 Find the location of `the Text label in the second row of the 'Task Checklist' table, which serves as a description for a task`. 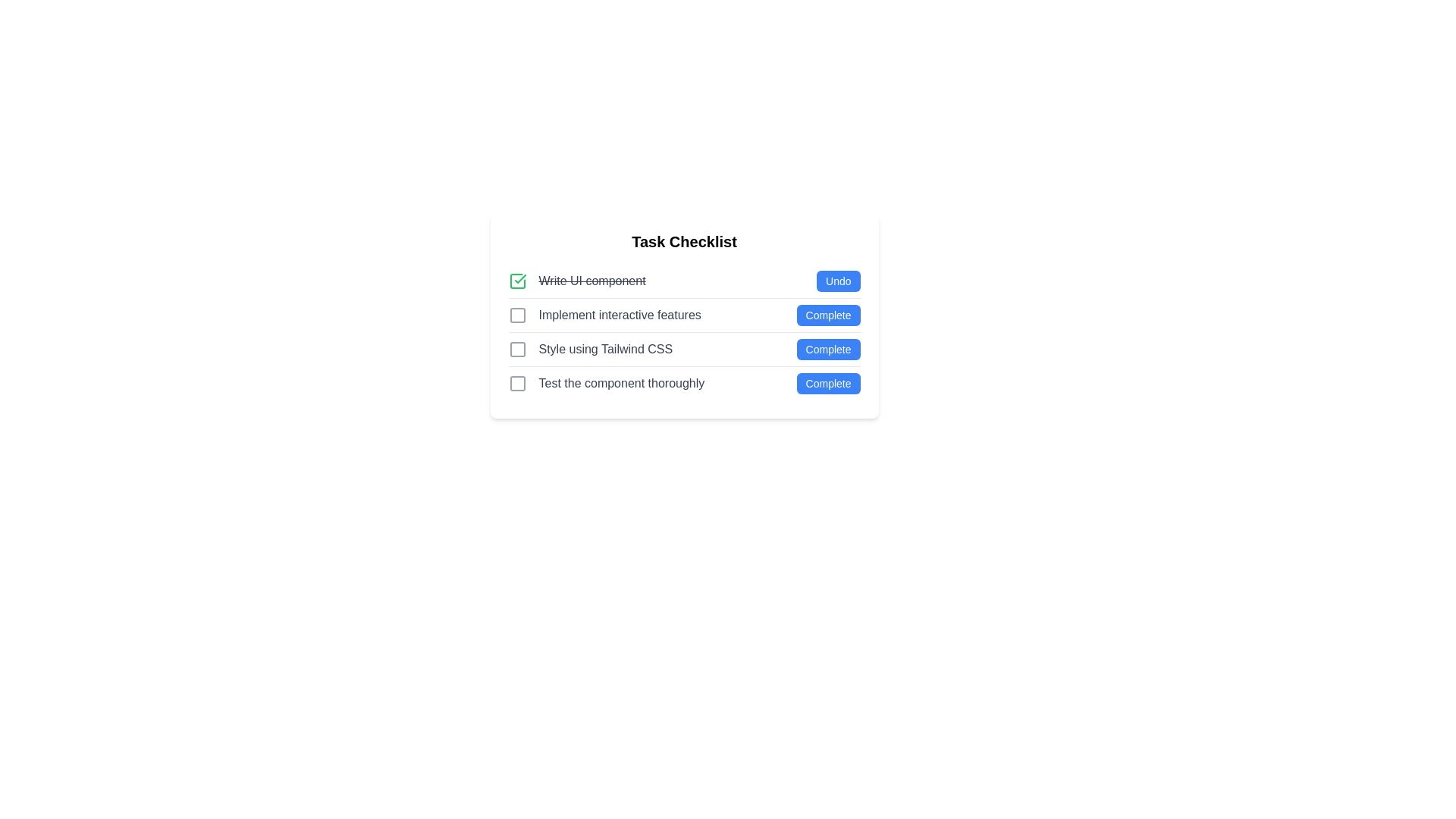

the Text label in the second row of the 'Task Checklist' table, which serves as a description for a task is located at coordinates (620, 315).